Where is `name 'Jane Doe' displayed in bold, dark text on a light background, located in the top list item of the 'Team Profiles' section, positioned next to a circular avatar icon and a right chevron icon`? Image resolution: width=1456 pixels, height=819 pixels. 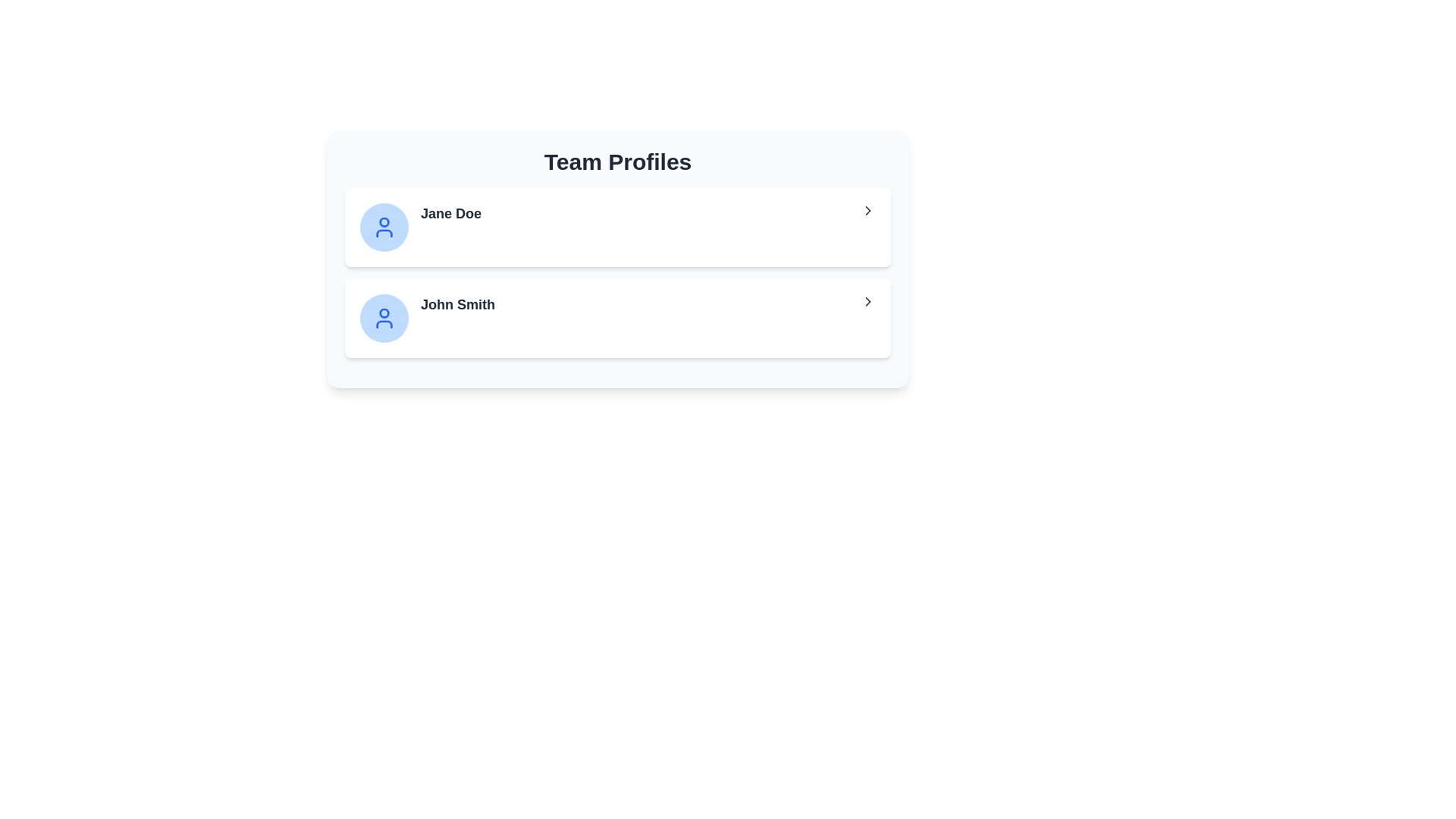 name 'Jane Doe' displayed in bold, dark text on a light background, located in the top list item of the 'Team Profiles' section, positioned next to a circular avatar icon and a right chevron icon is located at coordinates (450, 213).